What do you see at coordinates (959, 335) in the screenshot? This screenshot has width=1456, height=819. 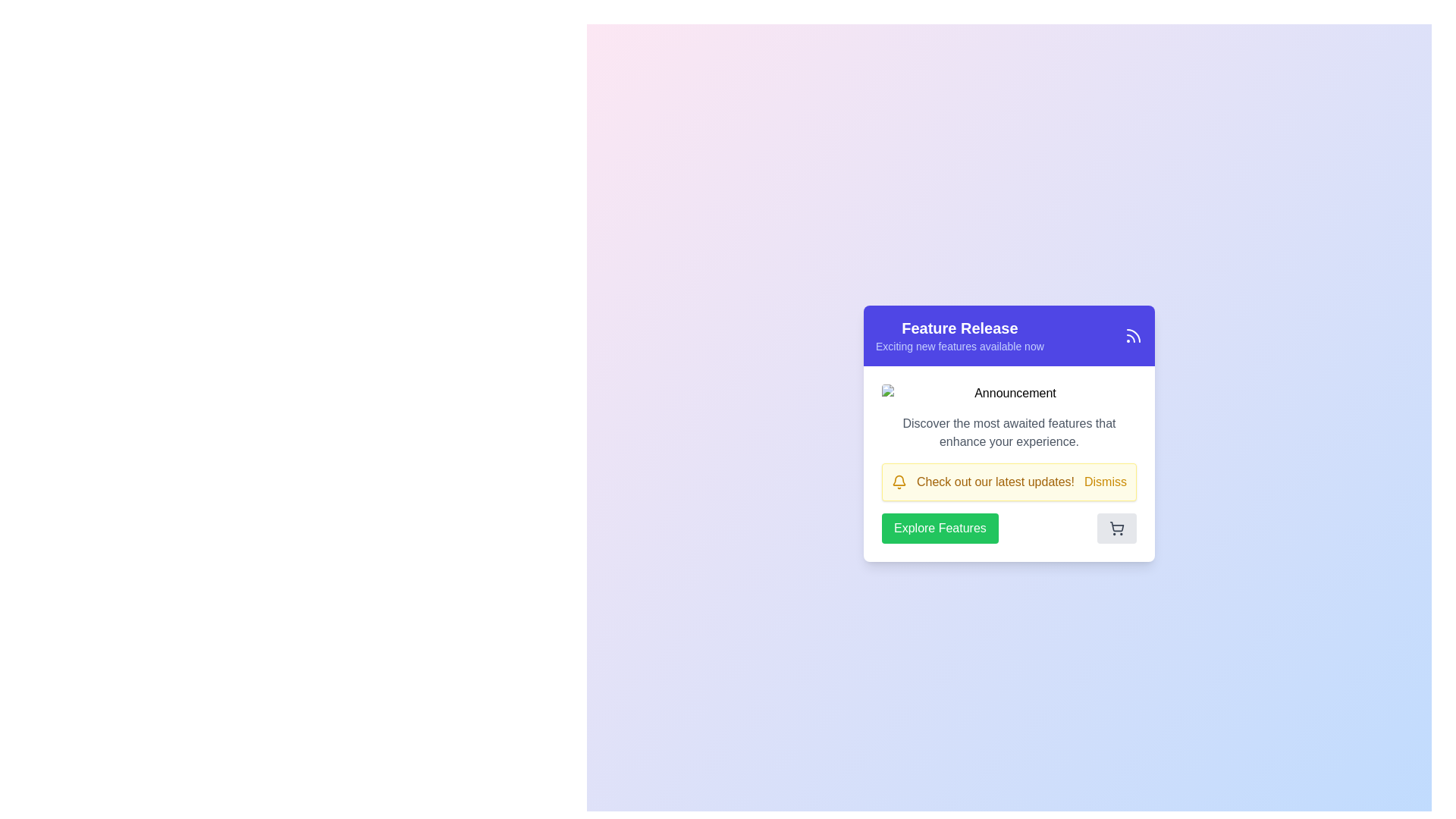 I see `the composite text element that displays 'Feature Release' and 'Exciting new features available now' within a purple background at the top of the card interface` at bounding box center [959, 335].